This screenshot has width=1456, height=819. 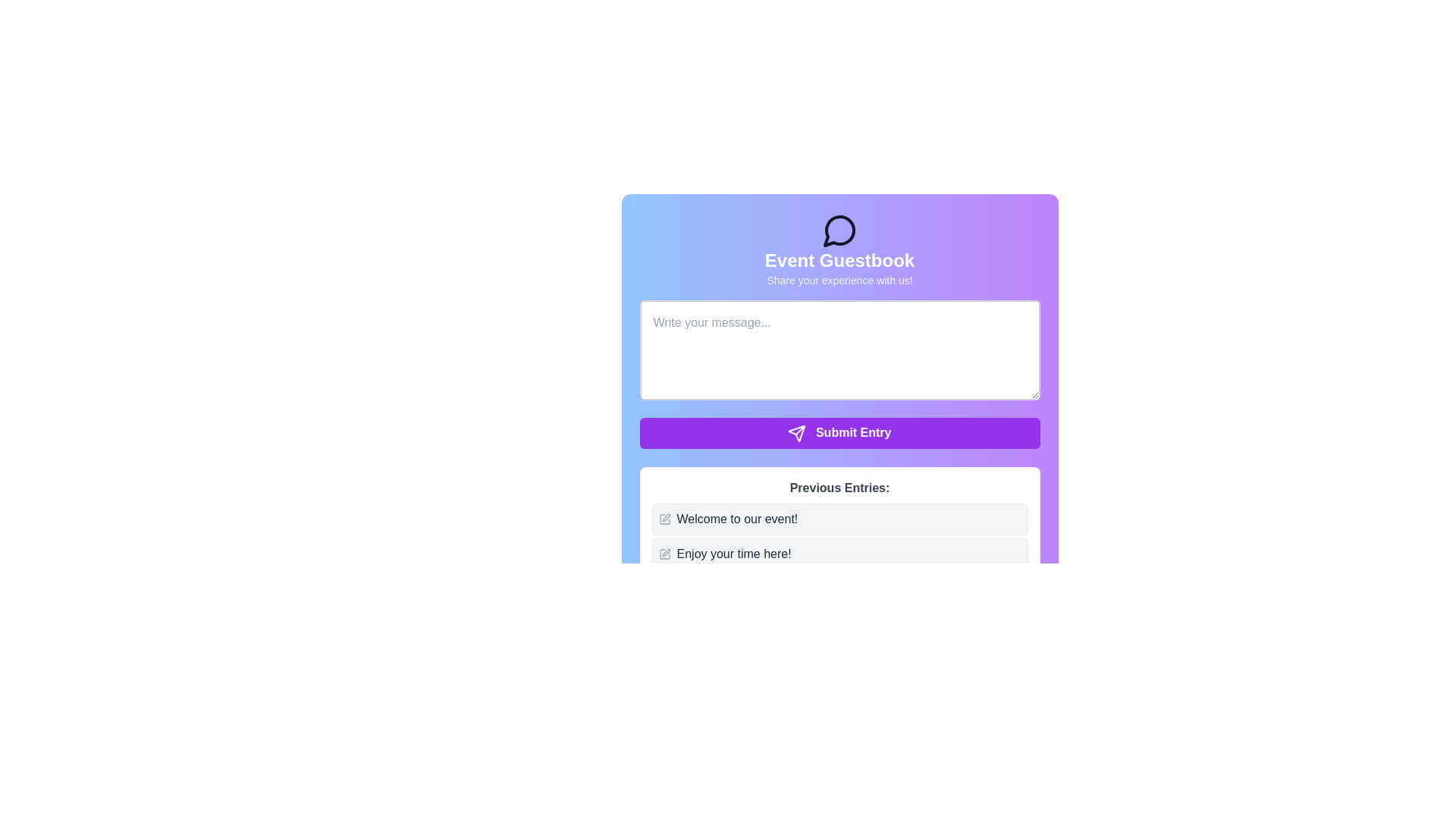 What do you see at coordinates (664, 554) in the screenshot?
I see `the pen icon located to the left of the text 'Enjoy your time here!'` at bounding box center [664, 554].